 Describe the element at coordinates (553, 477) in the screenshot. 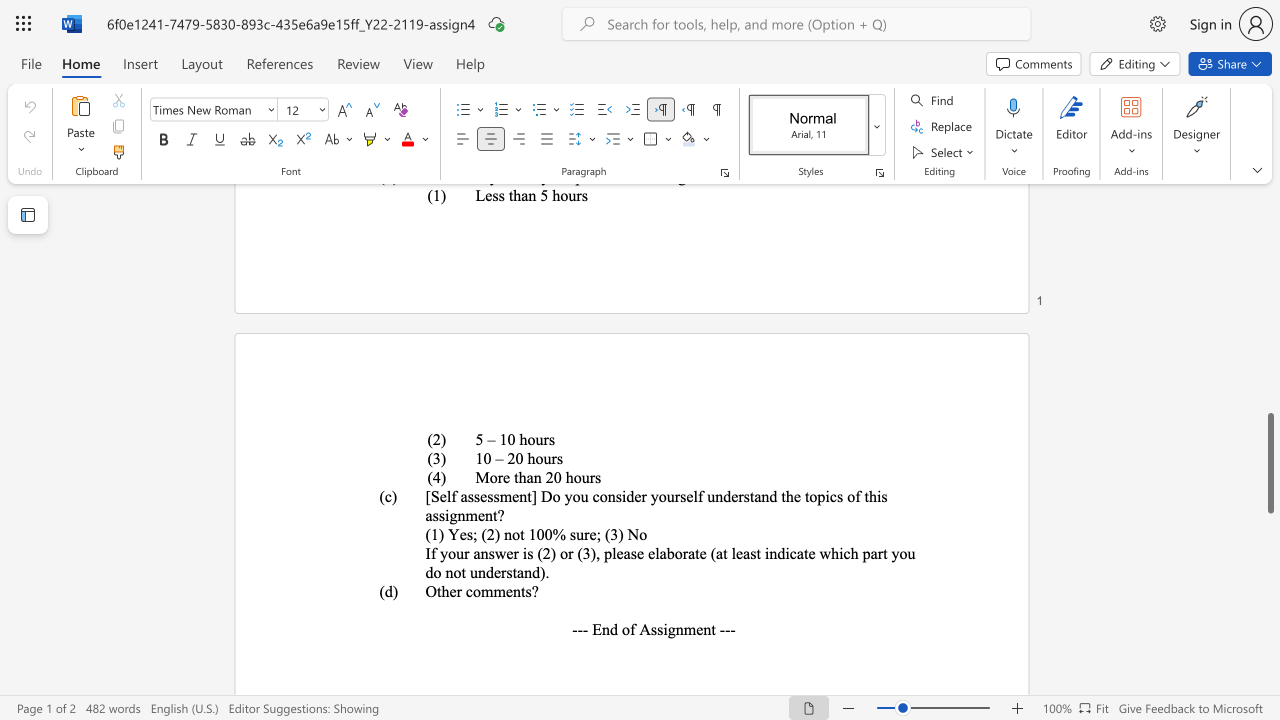

I see `the subset text "0 hour" within the text "More than 20 hours"` at that location.